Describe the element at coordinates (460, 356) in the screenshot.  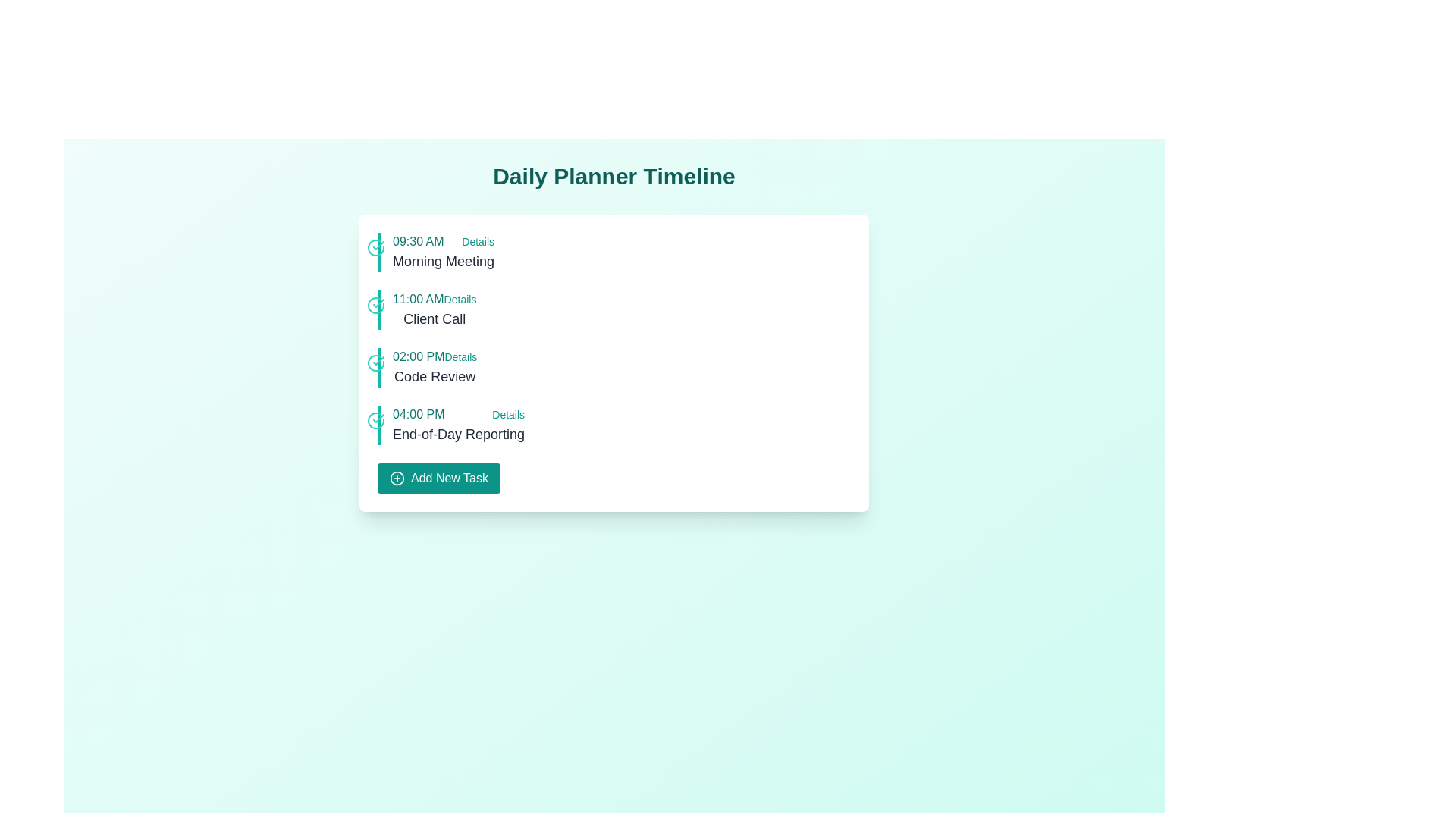
I see `the hyperlink located to the right of the text '02:00 PM' and above 'Code Review' in the third position of the scheduled items list` at that location.